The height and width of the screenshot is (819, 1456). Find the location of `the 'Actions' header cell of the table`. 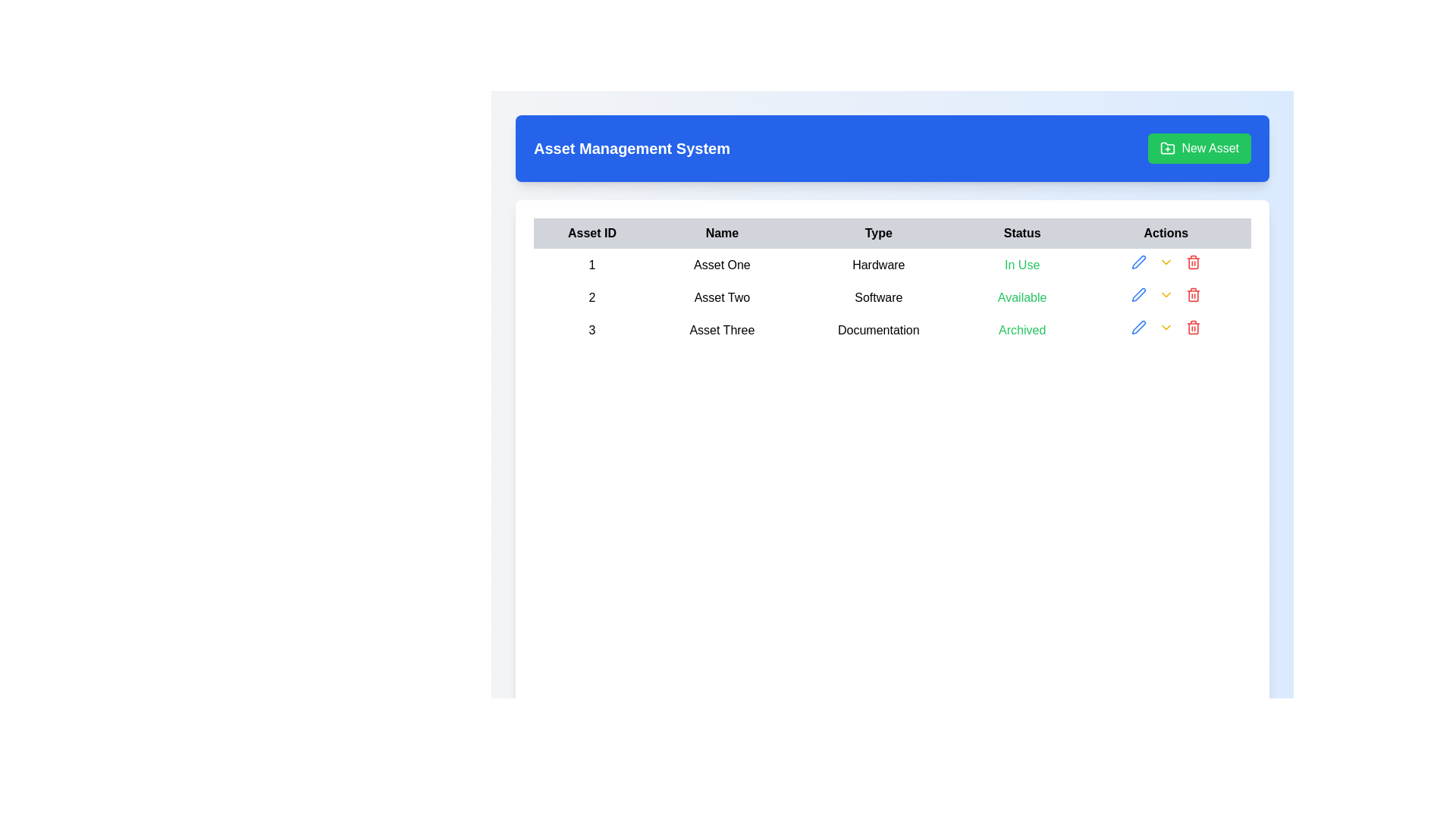

the 'Actions' header cell of the table is located at coordinates (1165, 234).